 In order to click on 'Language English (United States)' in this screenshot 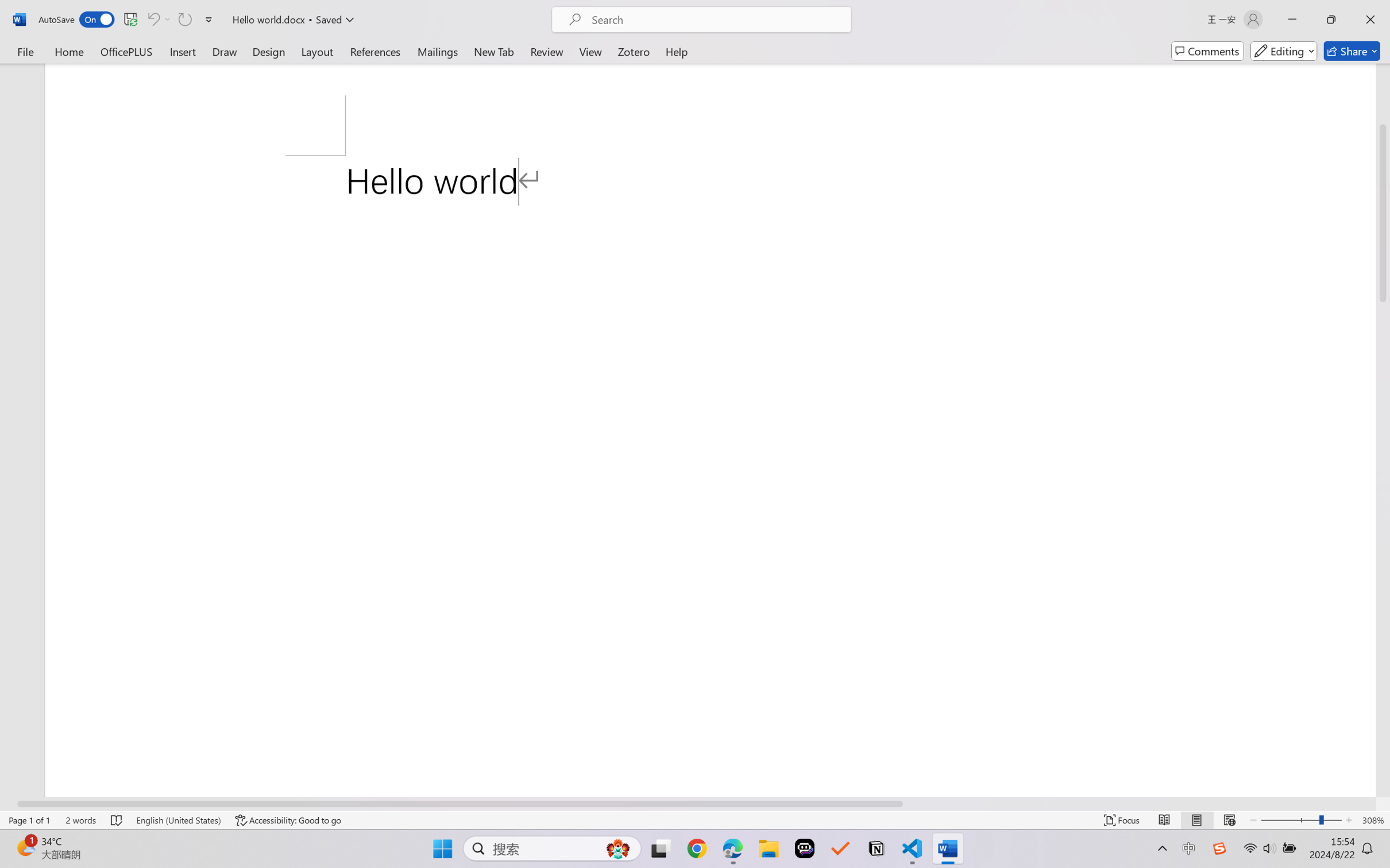, I will do `click(178, 820)`.